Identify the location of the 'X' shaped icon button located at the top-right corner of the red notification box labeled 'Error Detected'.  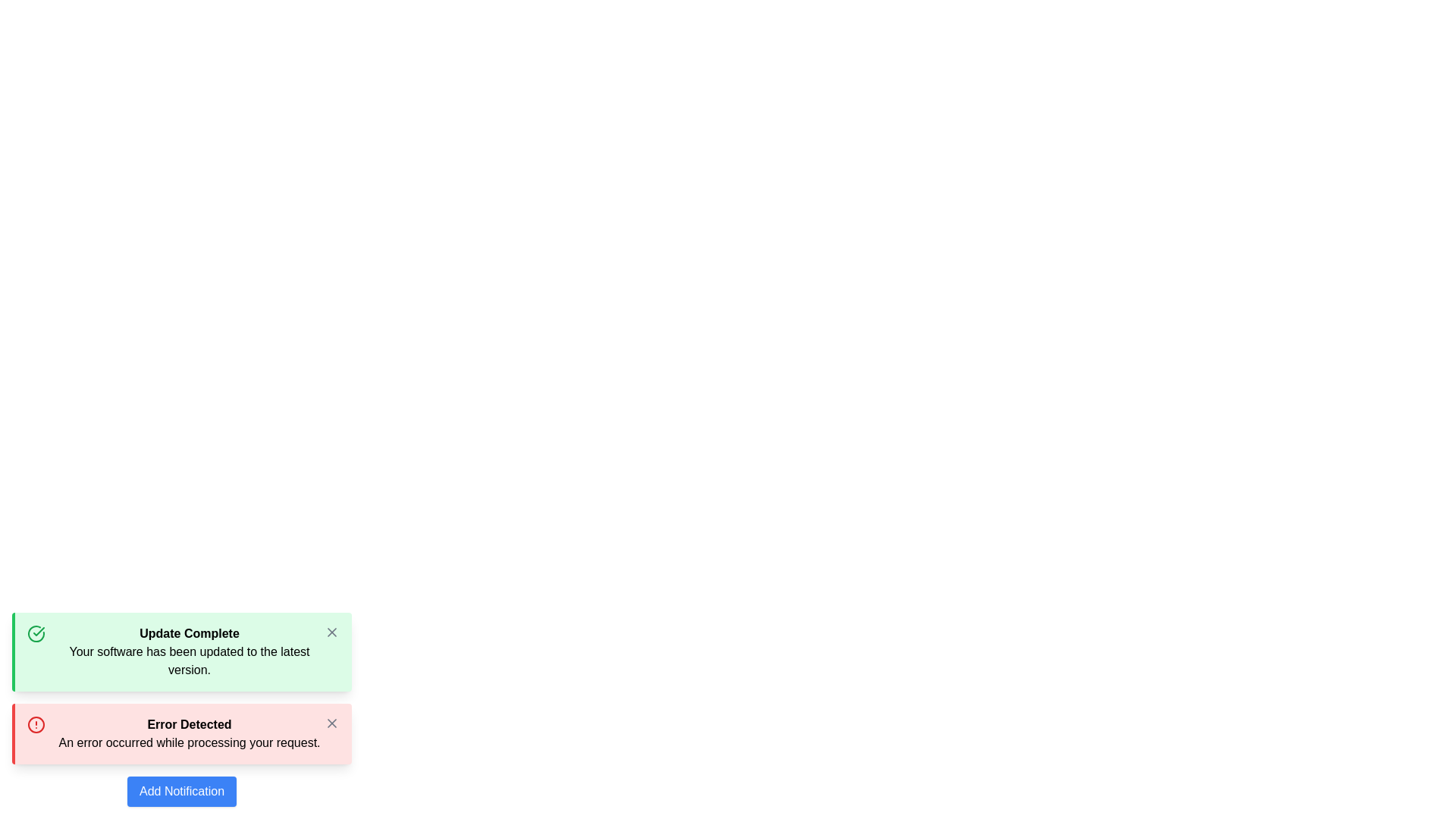
(331, 722).